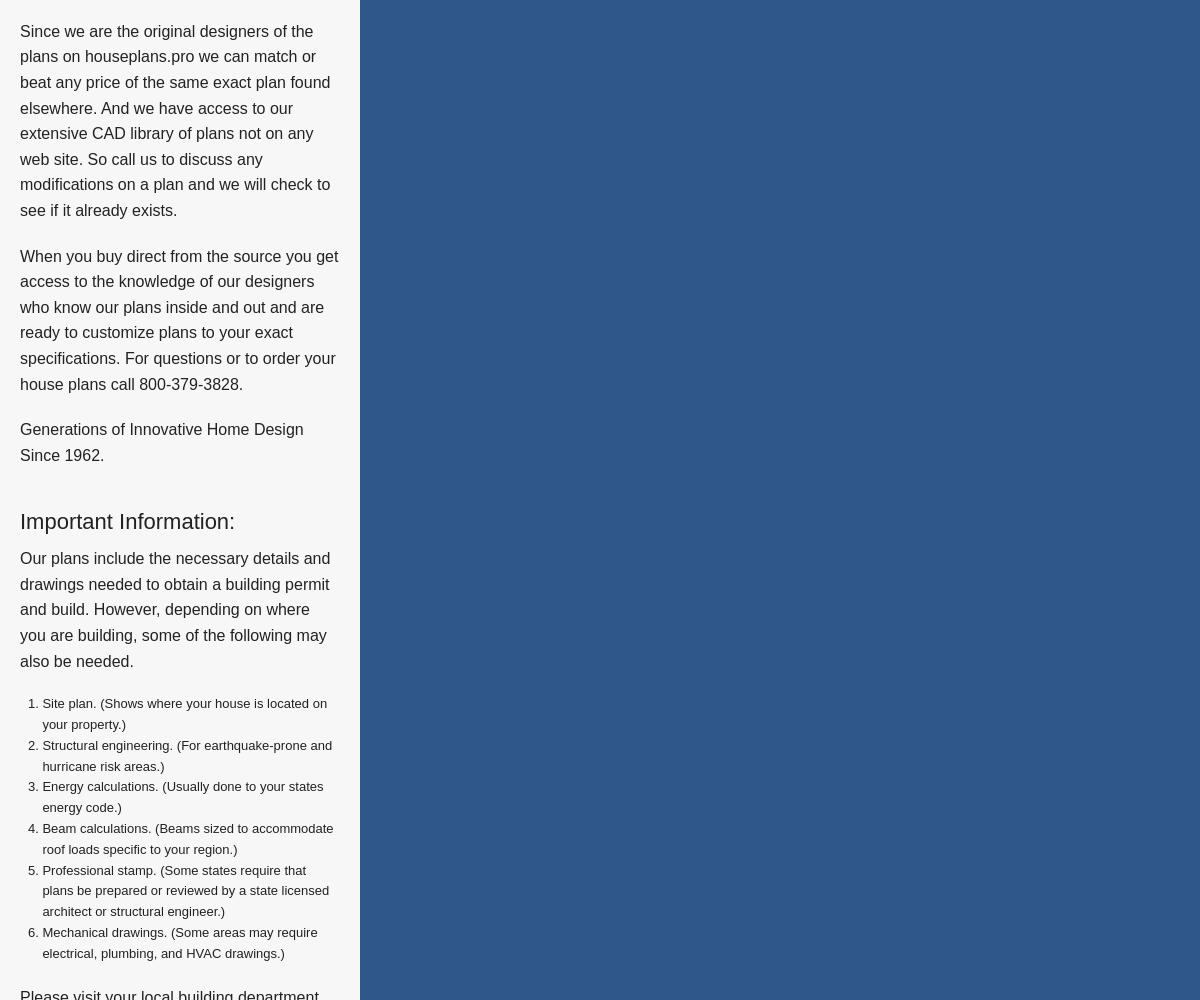 This screenshot has width=1200, height=1000. I want to click on 'When you buy direct from the source you get access to the knowledge of our designers who know our plans inside and out and are ready to customize plans to your exact specifications. For questions or to order your house plans call 800-379-3828.', so click(20, 318).